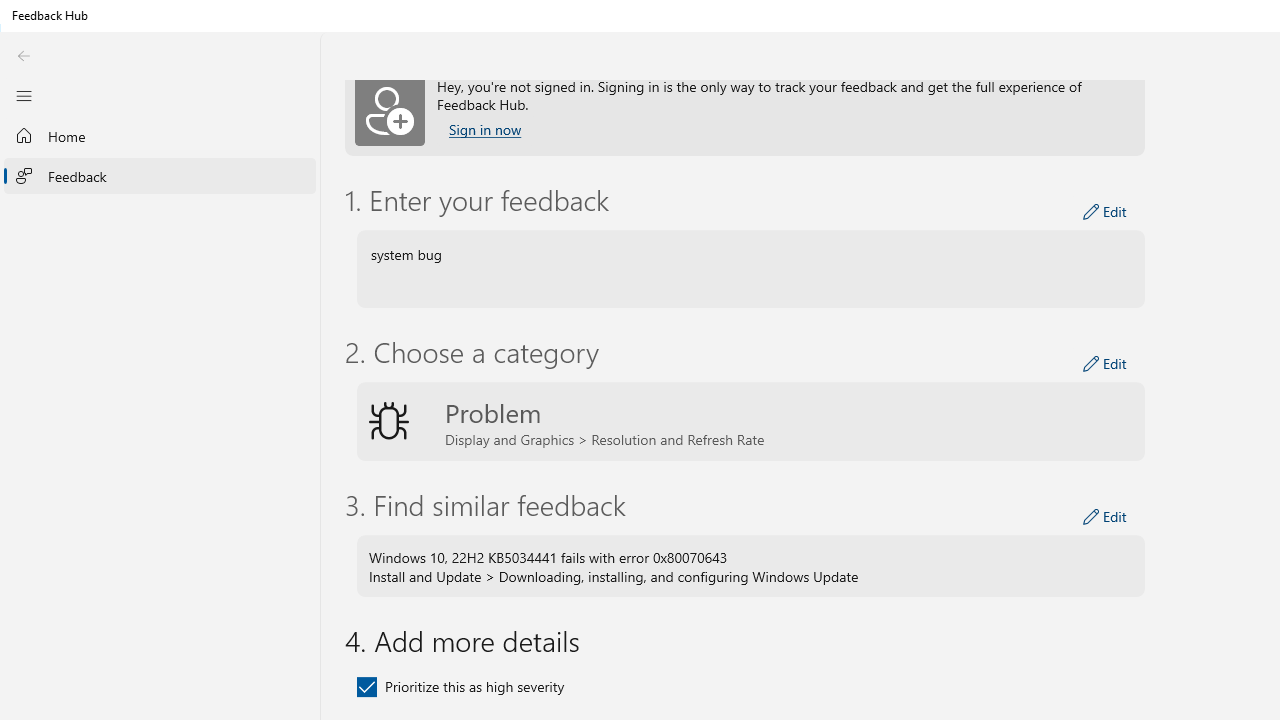 The width and height of the screenshot is (1280, 720). What do you see at coordinates (1104, 212) in the screenshot?
I see `'Edit your feedback details'` at bounding box center [1104, 212].